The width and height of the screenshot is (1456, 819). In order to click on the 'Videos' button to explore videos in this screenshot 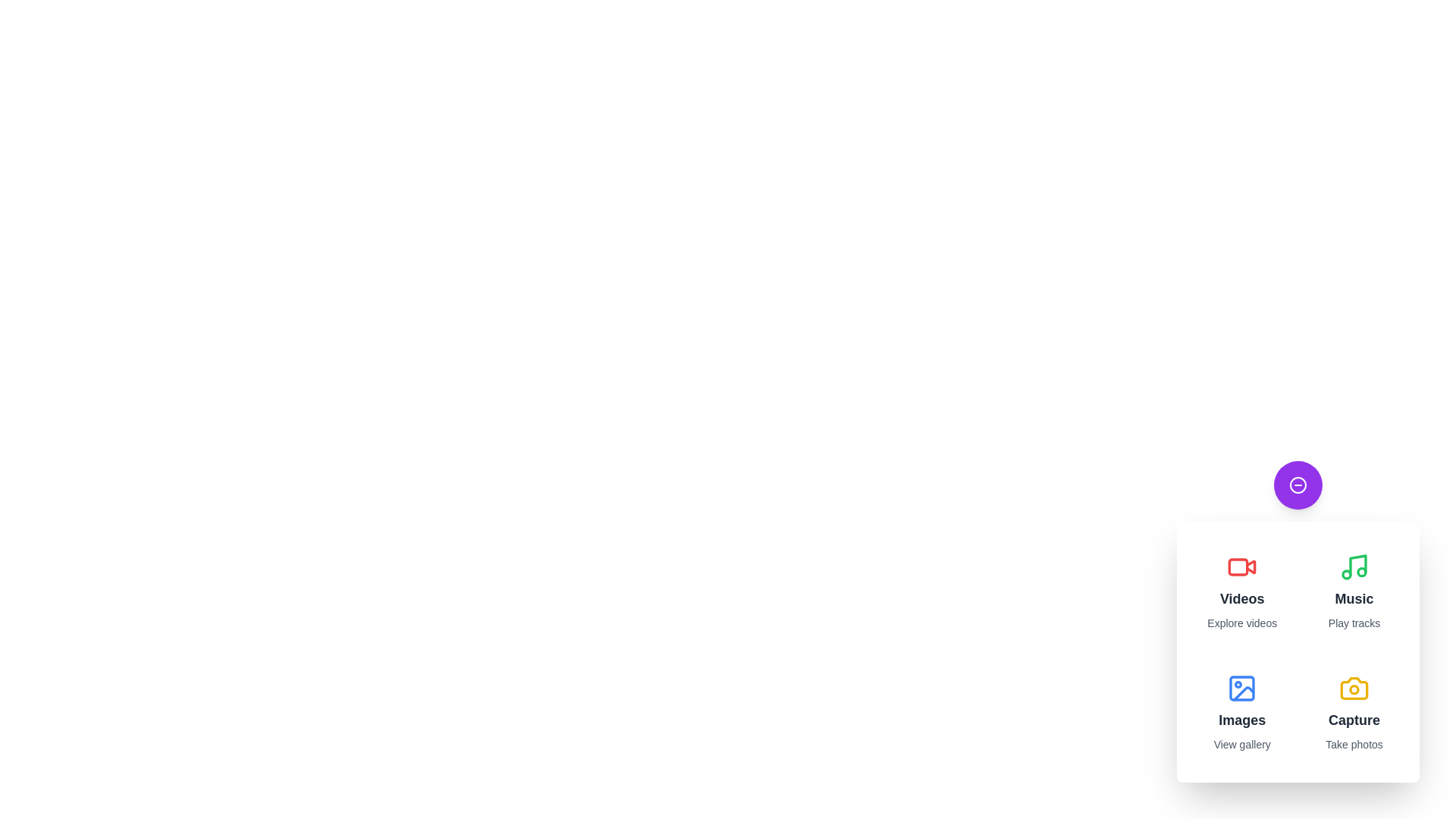, I will do `click(1242, 590)`.